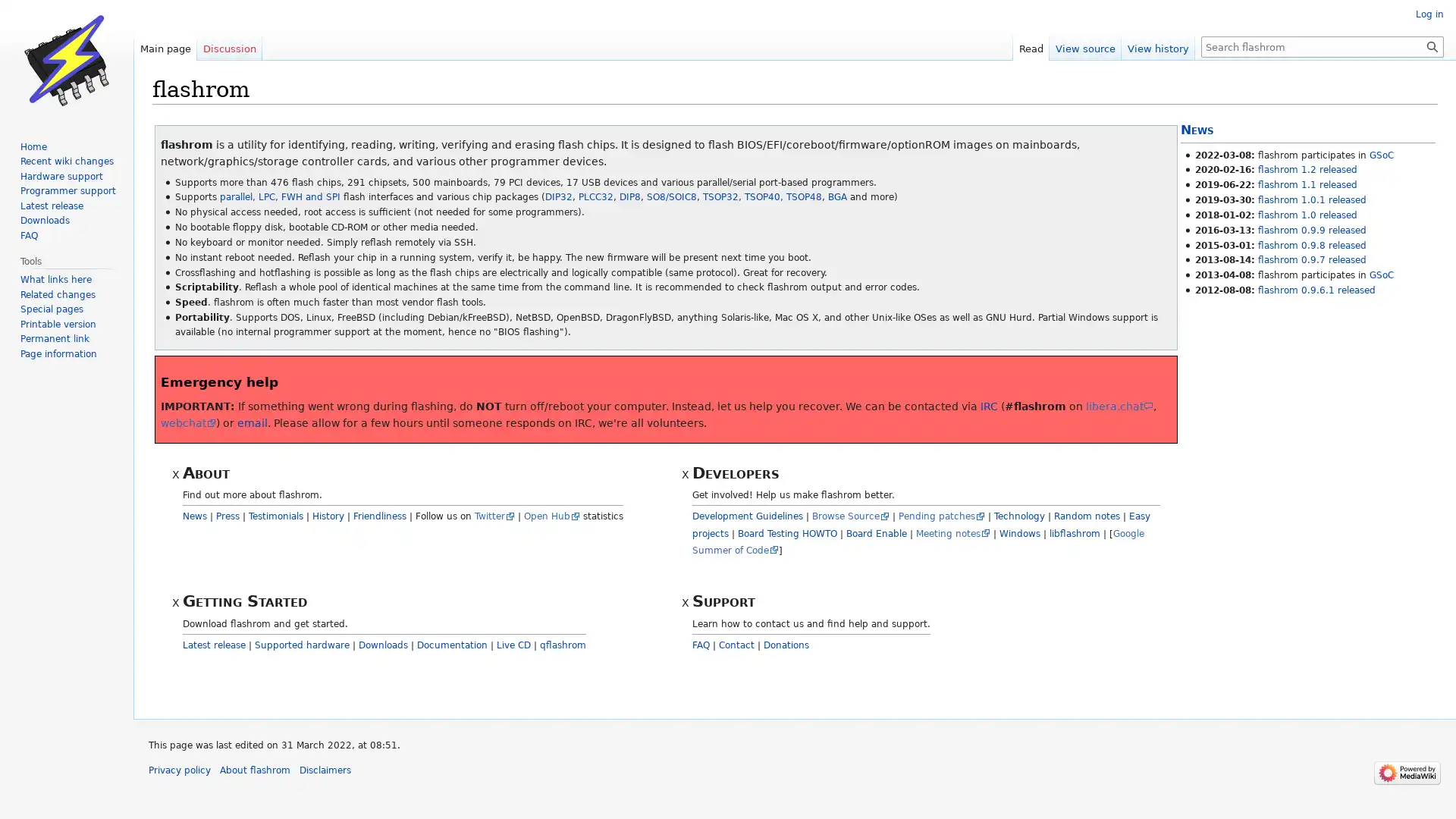  Describe the element at coordinates (1432, 45) in the screenshot. I see `Go` at that location.